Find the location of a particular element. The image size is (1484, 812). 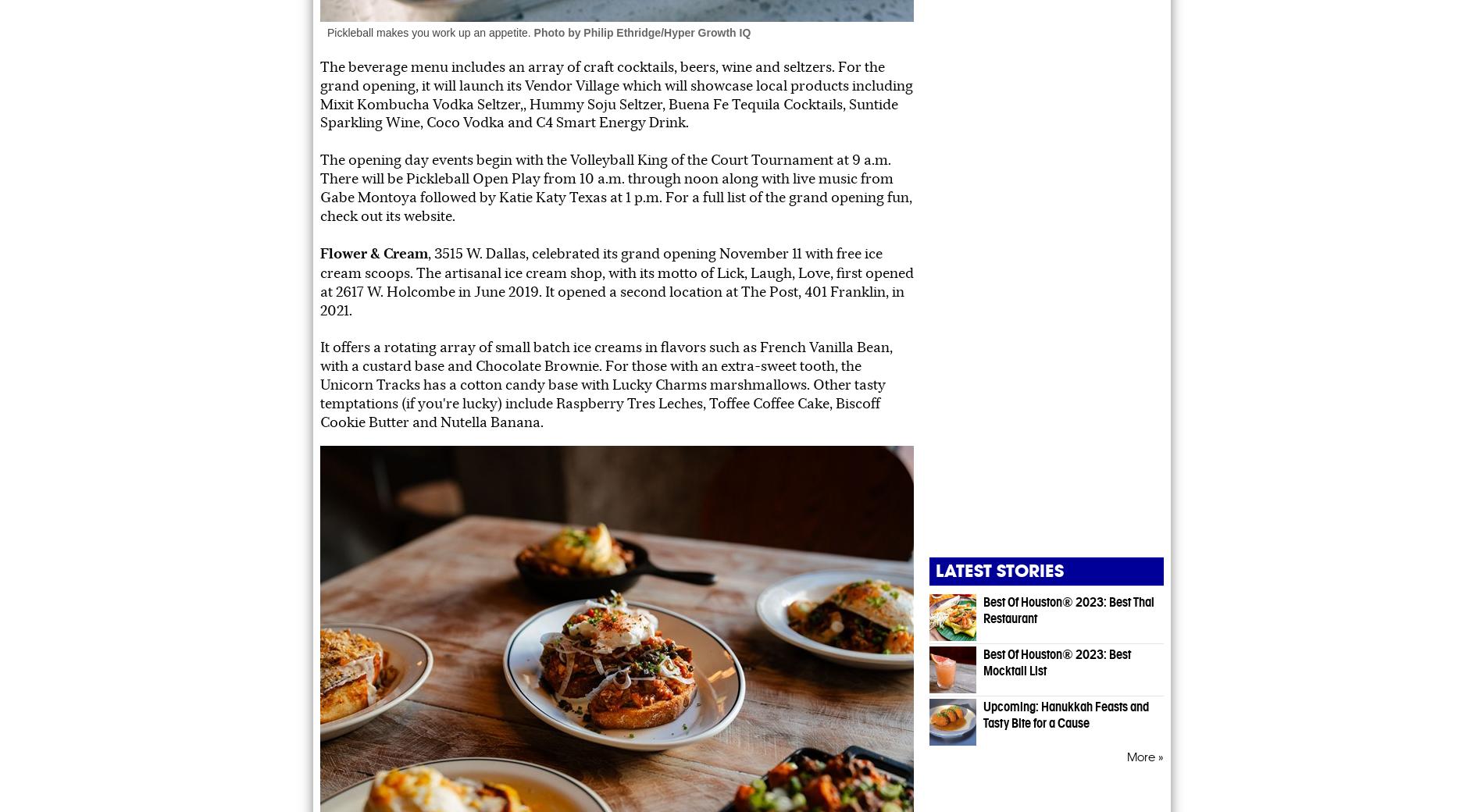

'More »' is located at coordinates (1145, 756).